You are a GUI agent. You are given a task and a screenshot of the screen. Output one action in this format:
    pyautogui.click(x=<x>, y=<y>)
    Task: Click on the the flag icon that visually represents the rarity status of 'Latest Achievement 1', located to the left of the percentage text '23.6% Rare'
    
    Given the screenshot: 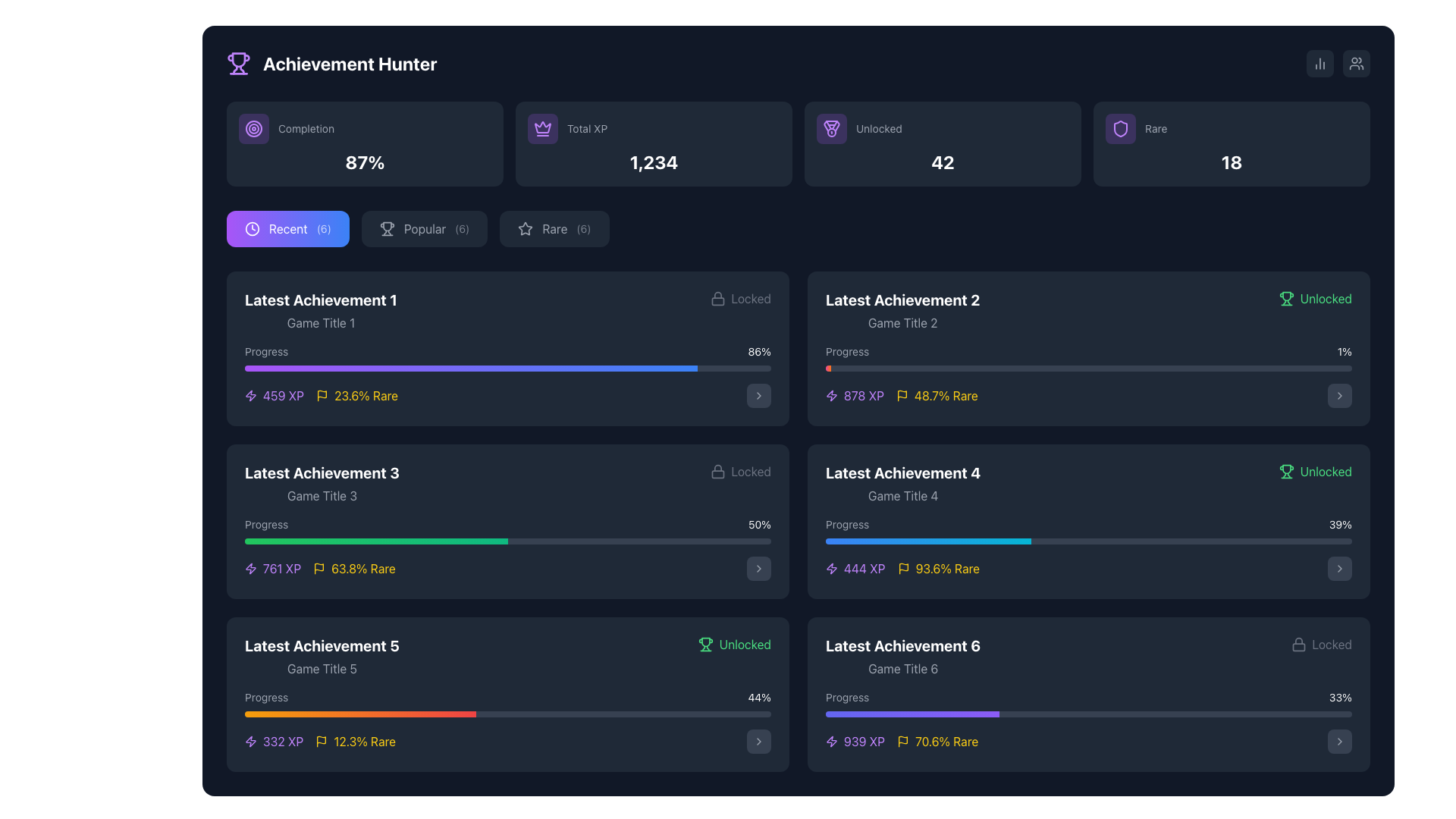 What is the action you would take?
    pyautogui.click(x=322, y=394)
    